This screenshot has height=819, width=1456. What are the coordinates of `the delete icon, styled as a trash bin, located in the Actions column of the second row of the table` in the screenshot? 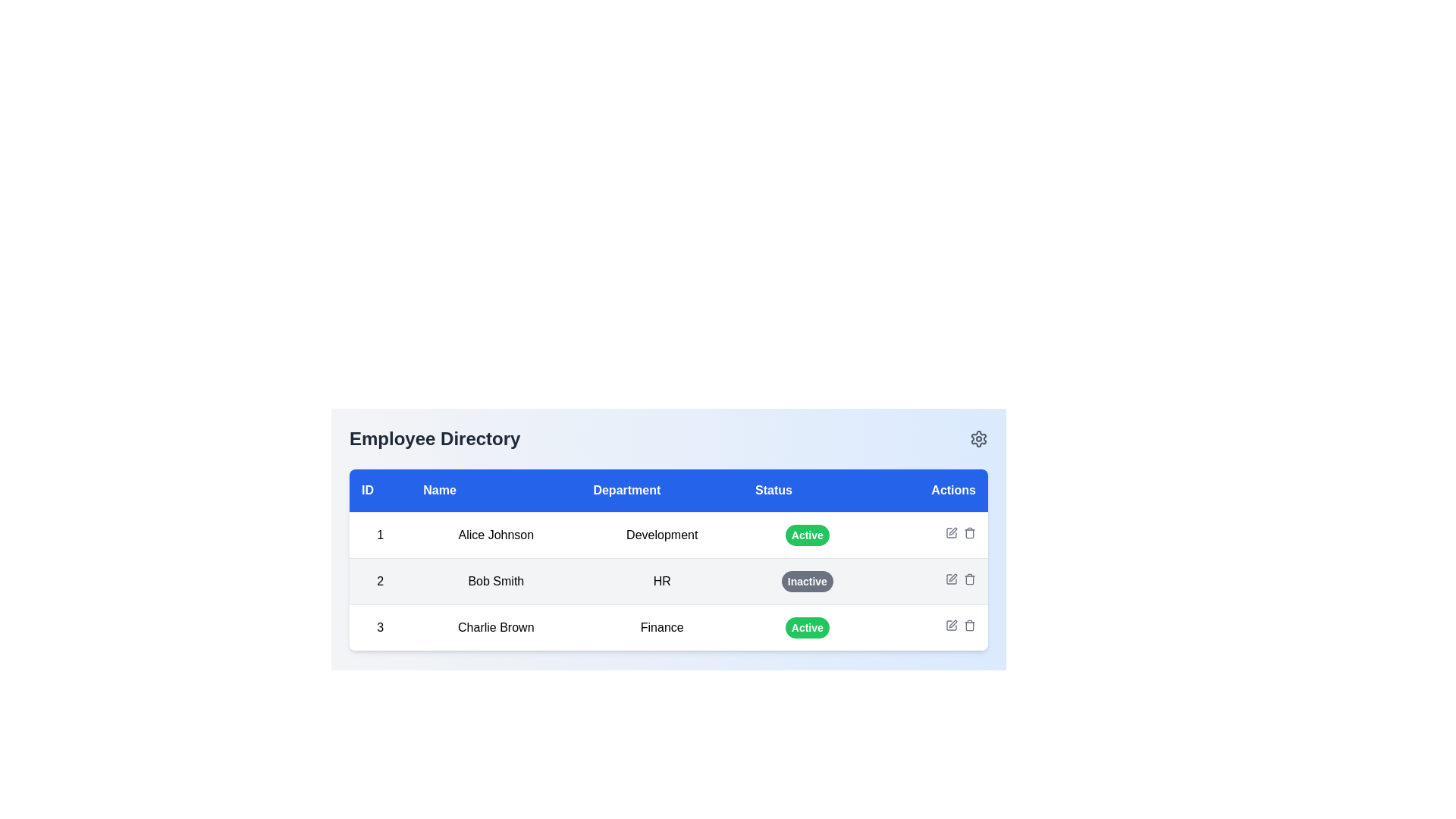 It's located at (968, 532).